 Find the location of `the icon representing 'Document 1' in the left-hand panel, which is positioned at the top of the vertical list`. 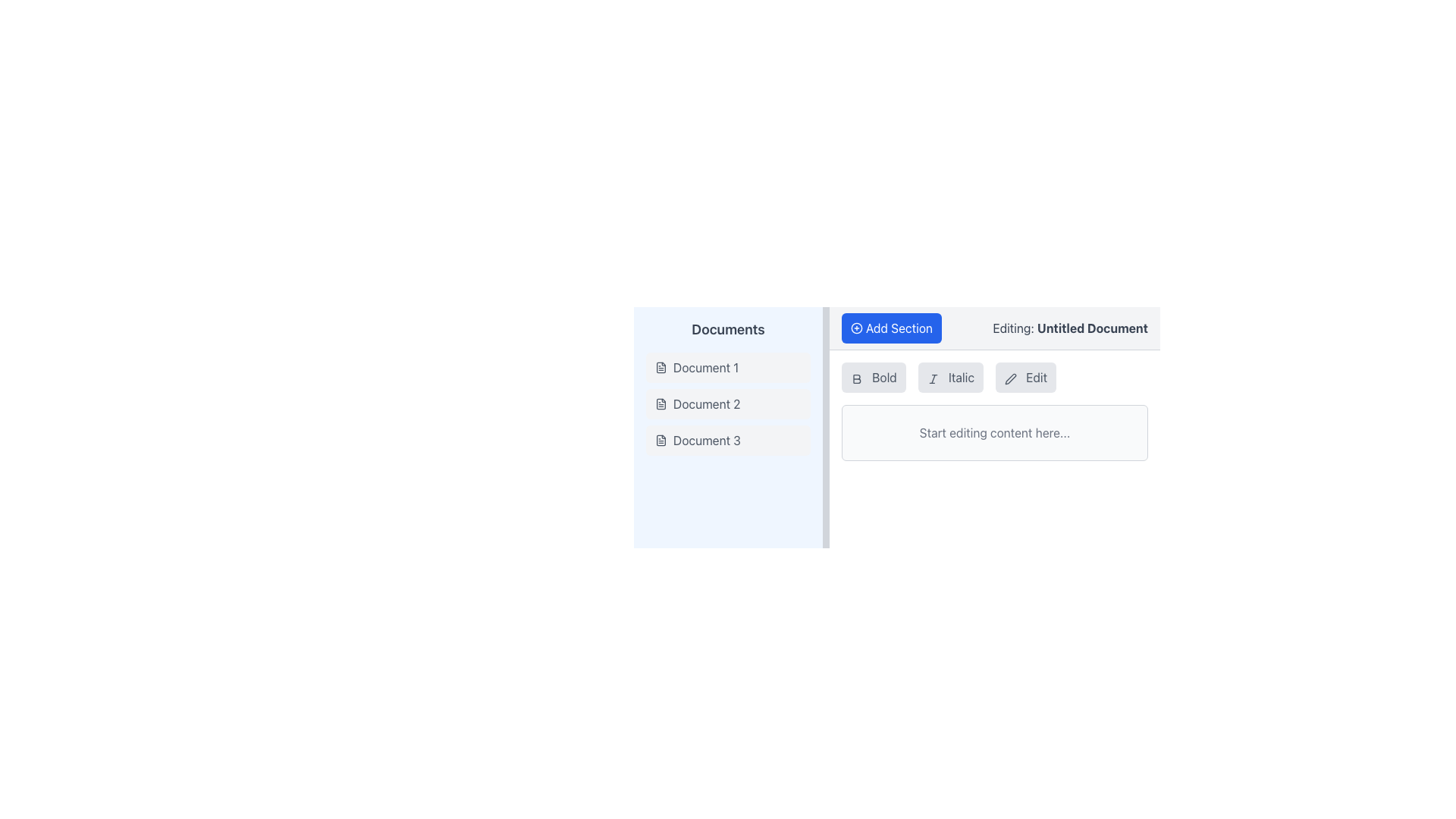

the icon representing 'Document 1' in the left-hand panel, which is positioned at the top of the vertical list is located at coordinates (661, 368).